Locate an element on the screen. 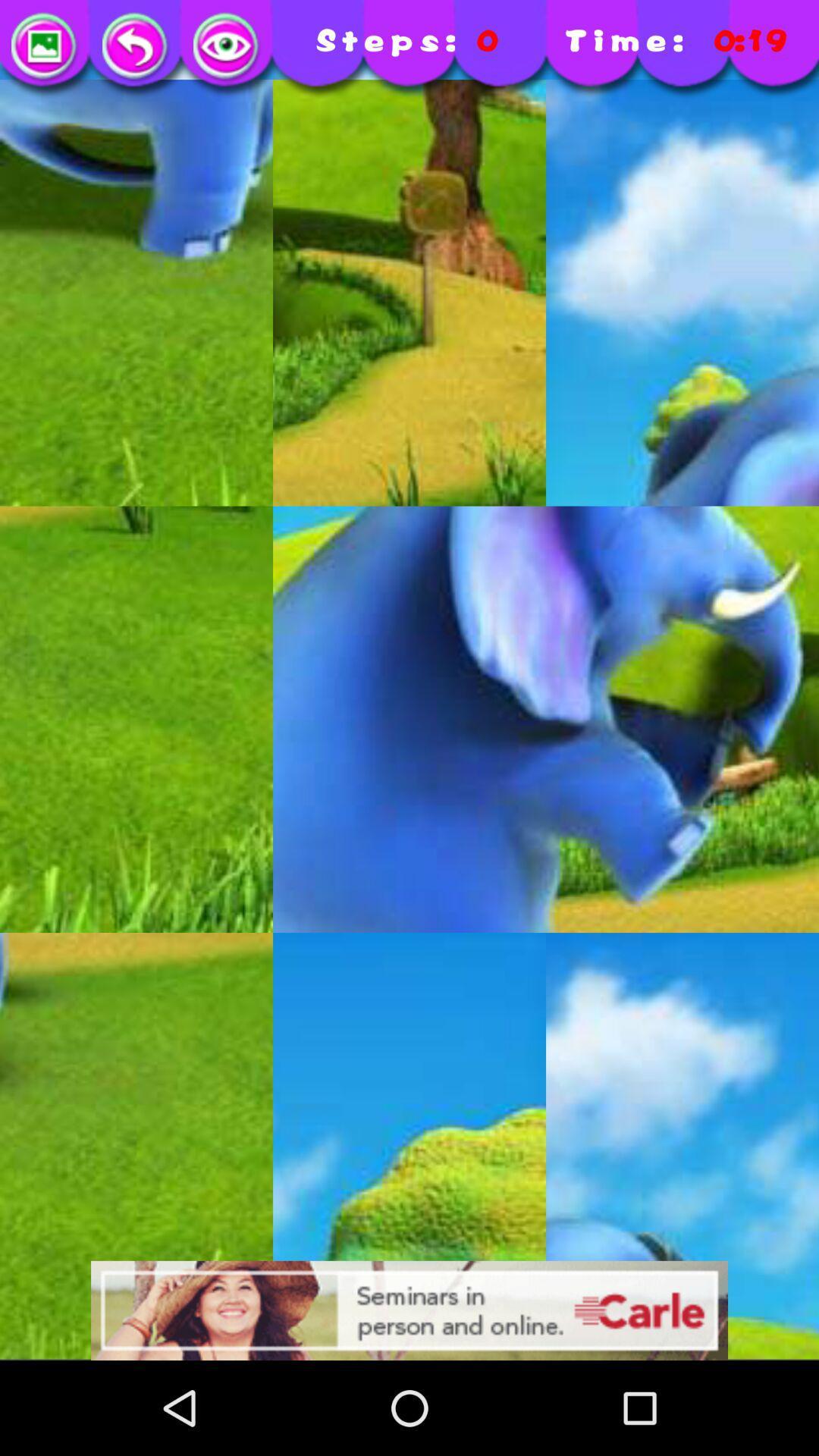 The height and width of the screenshot is (1456, 819). images is located at coordinates (45, 47).